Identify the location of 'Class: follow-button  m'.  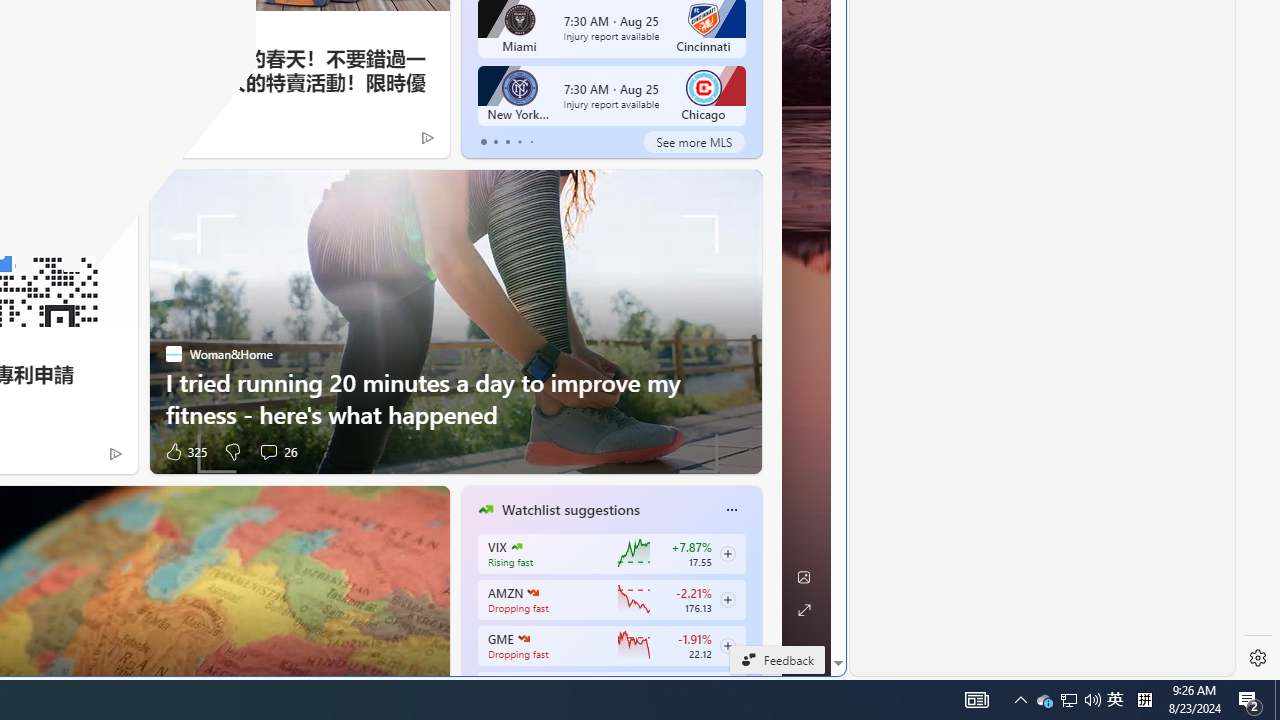
(726, 645).